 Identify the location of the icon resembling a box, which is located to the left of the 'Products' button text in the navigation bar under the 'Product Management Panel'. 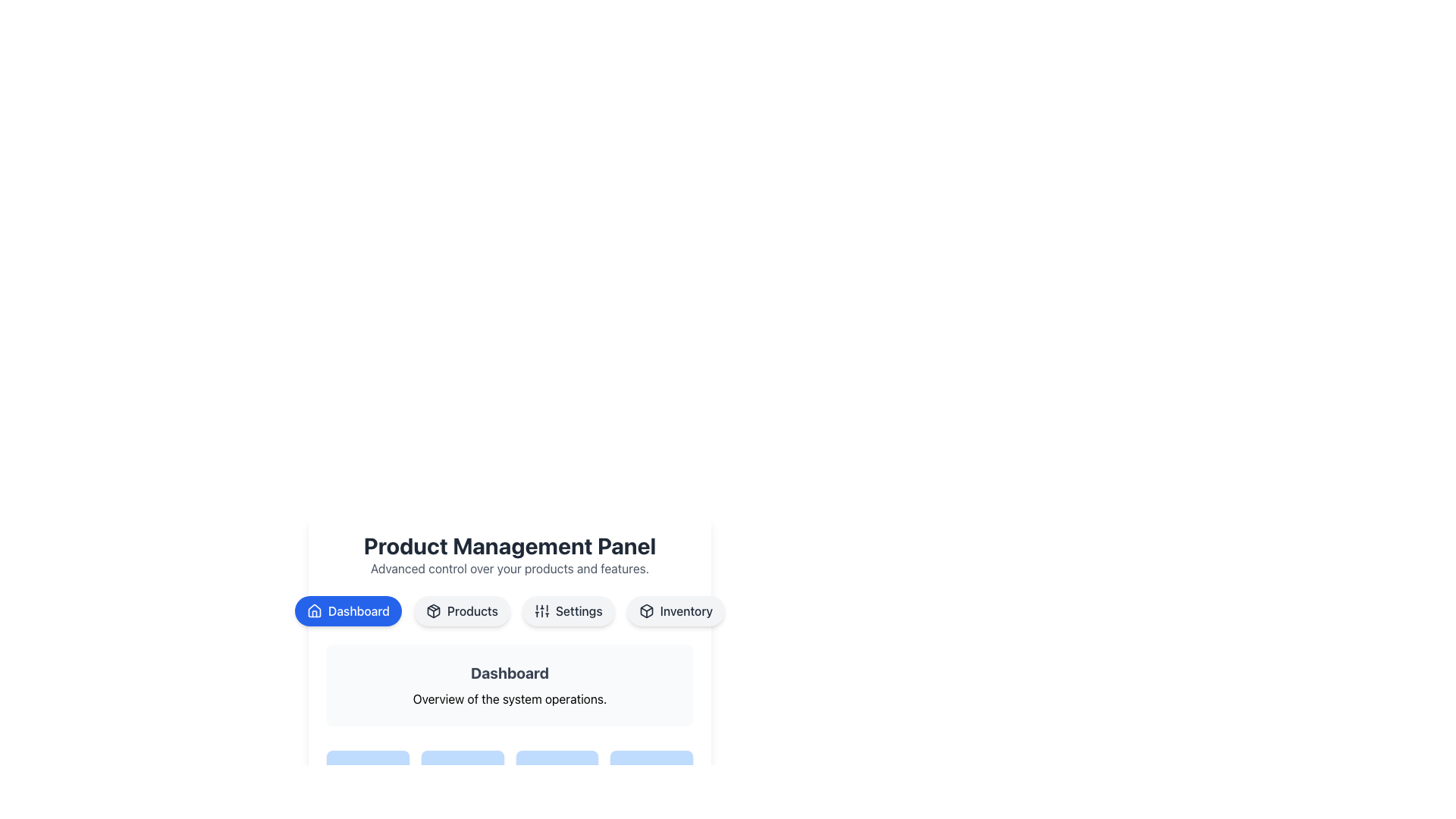
(432, 610).